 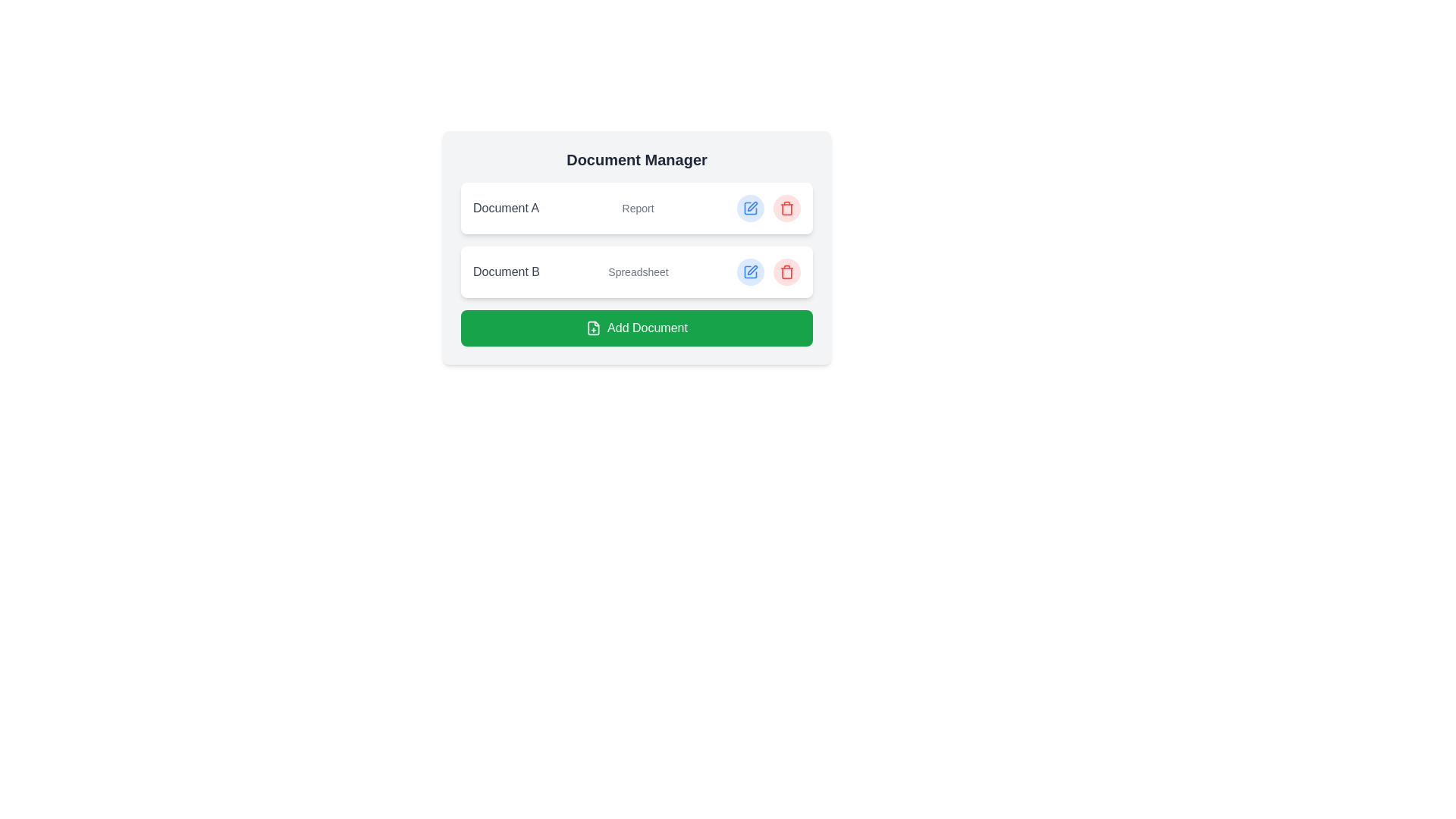 I want to click on the red circular button with a trash bin icon located to the right of the 'Document B' text label, so click(x=786, y=271).